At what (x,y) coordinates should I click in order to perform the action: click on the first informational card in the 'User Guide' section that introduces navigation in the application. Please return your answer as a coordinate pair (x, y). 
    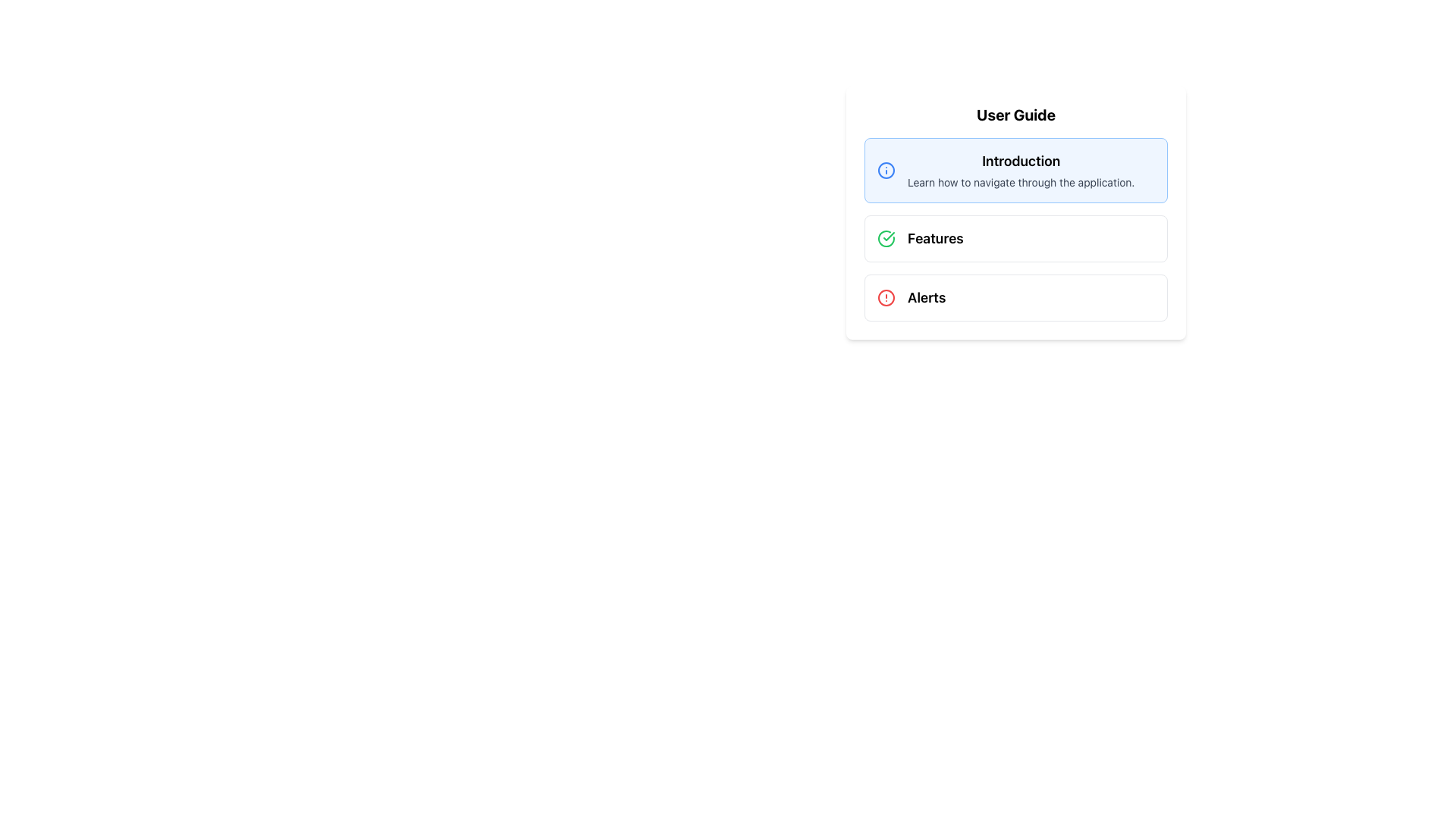
    Looking at the image, I should click on (1015, 170).